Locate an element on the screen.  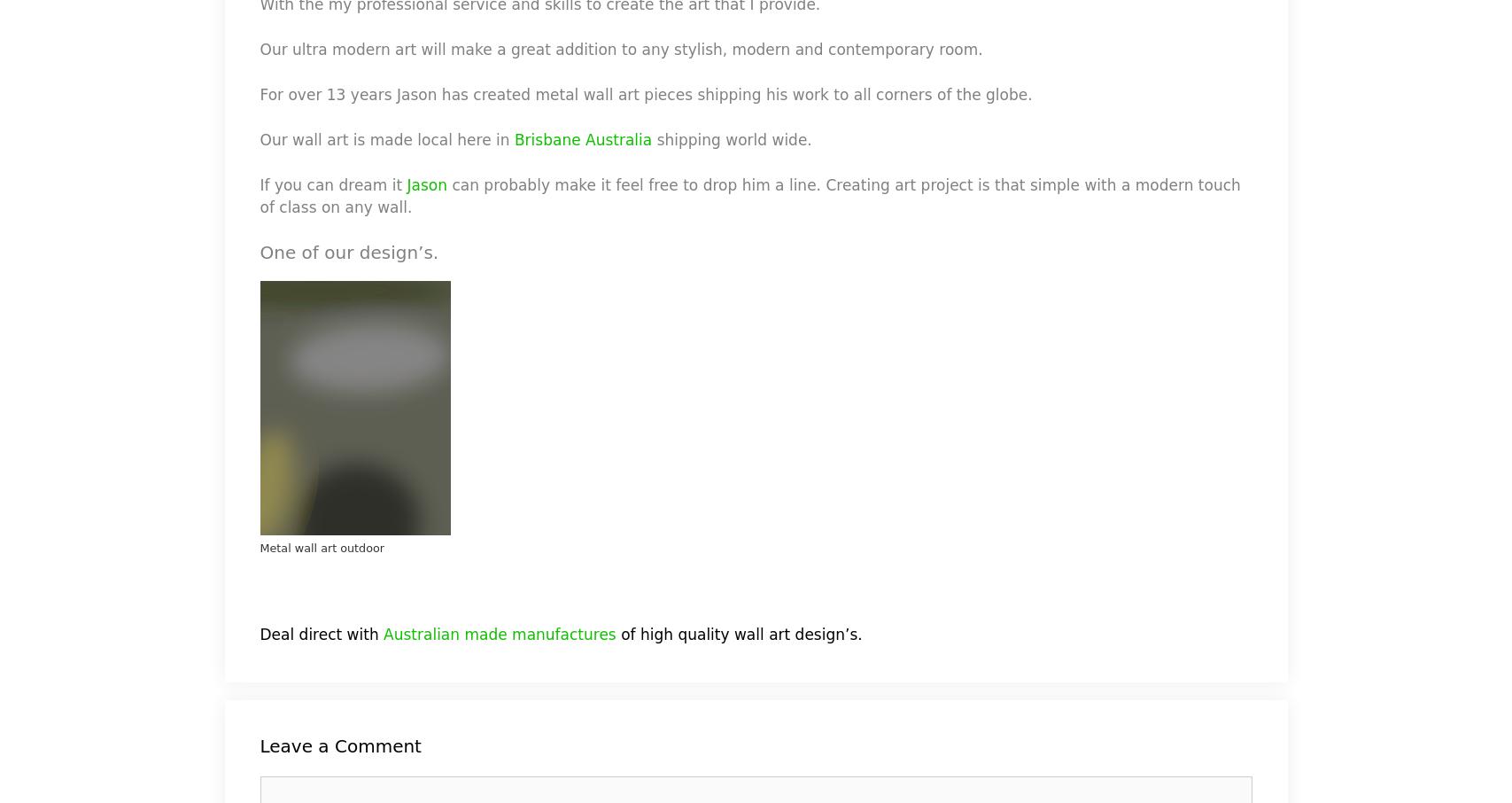
'can probably make it feel free to drop him a line. Creating art project is that simple with a modern touch of class on any wall.' is located at coordinates (749, 194).